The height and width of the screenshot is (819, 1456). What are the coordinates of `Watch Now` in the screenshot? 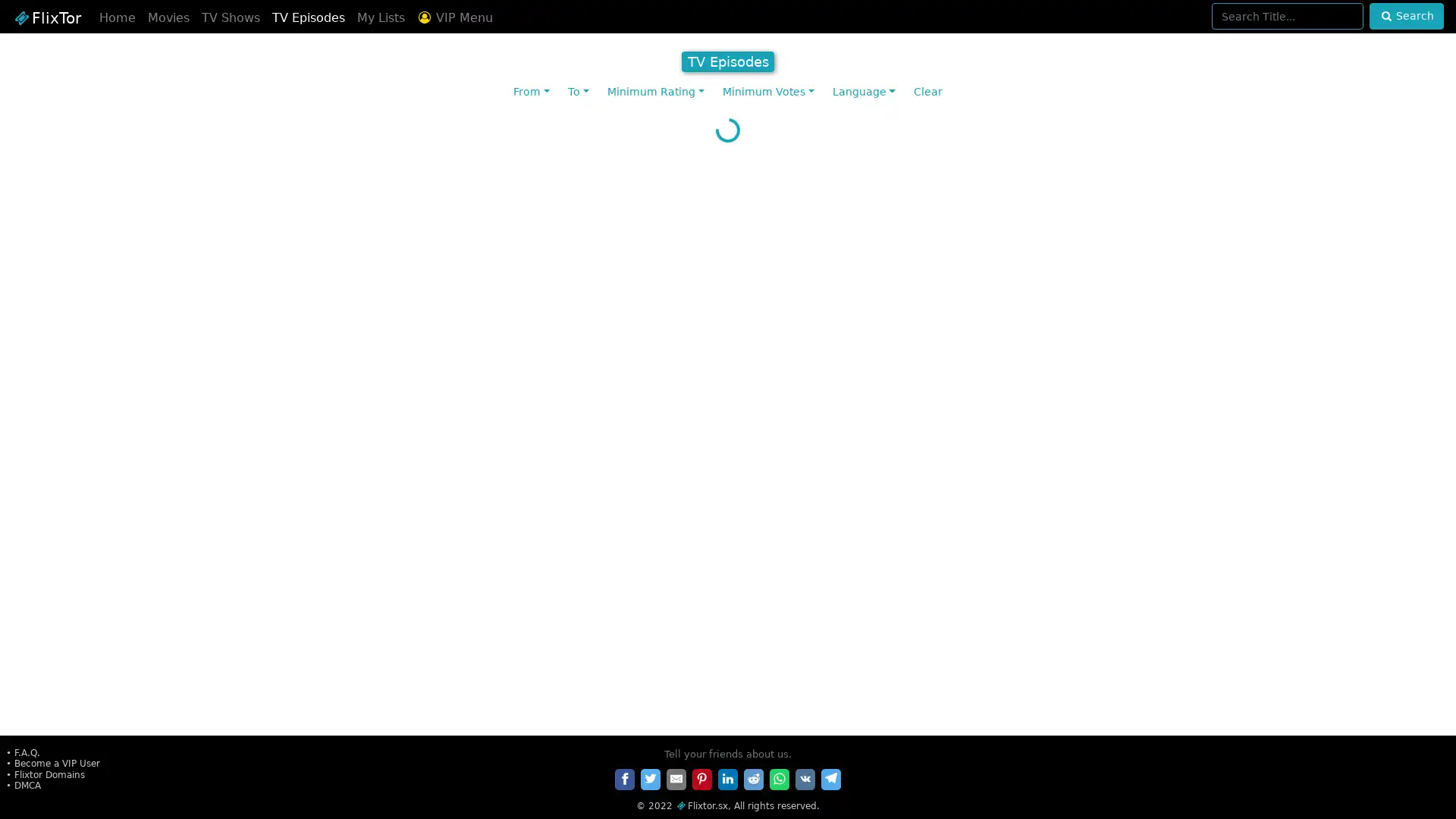 It's located at (641, 332).